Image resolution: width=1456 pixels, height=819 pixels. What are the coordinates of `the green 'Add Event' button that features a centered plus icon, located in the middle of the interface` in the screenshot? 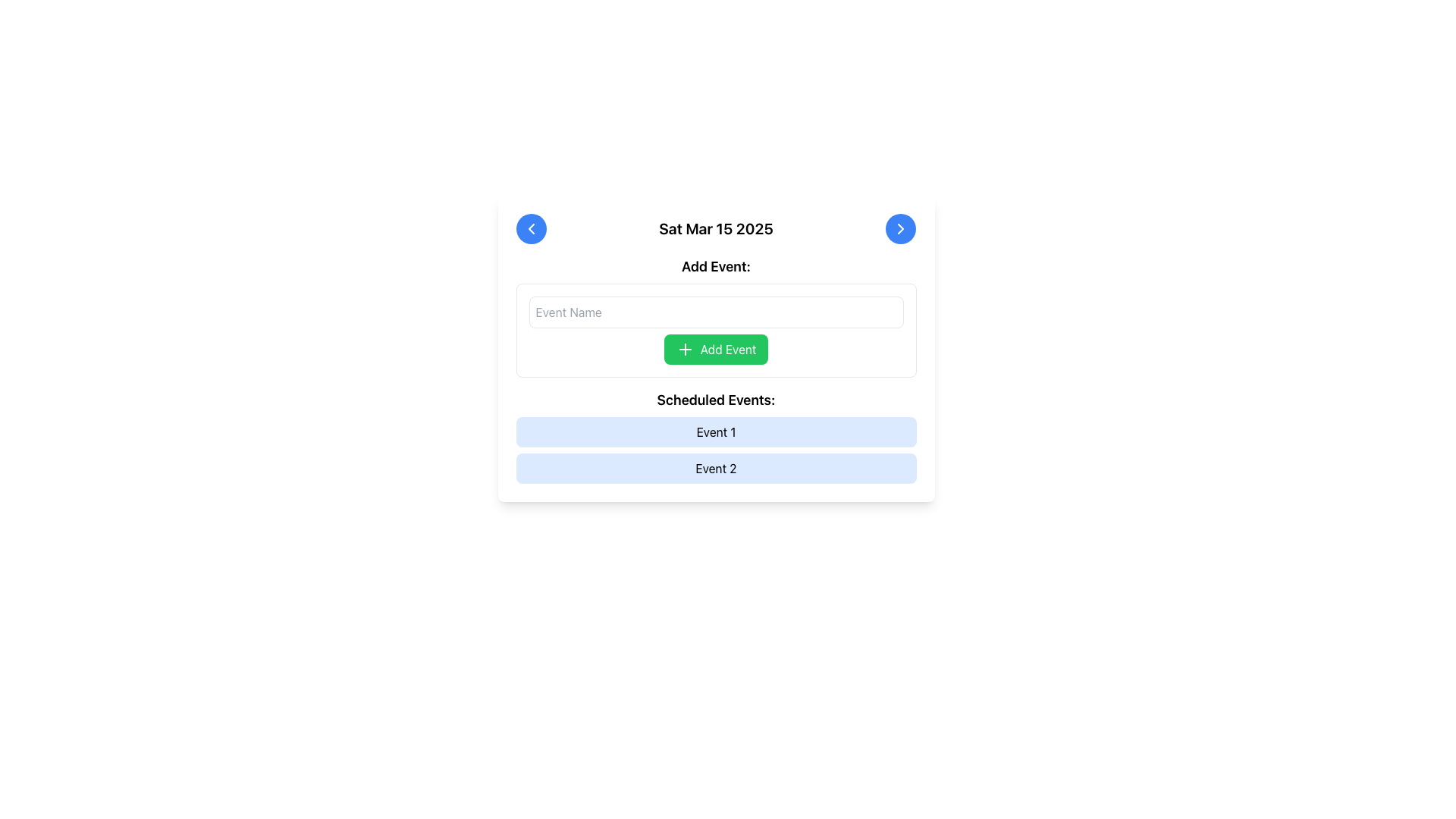 It's located at (684, 350).